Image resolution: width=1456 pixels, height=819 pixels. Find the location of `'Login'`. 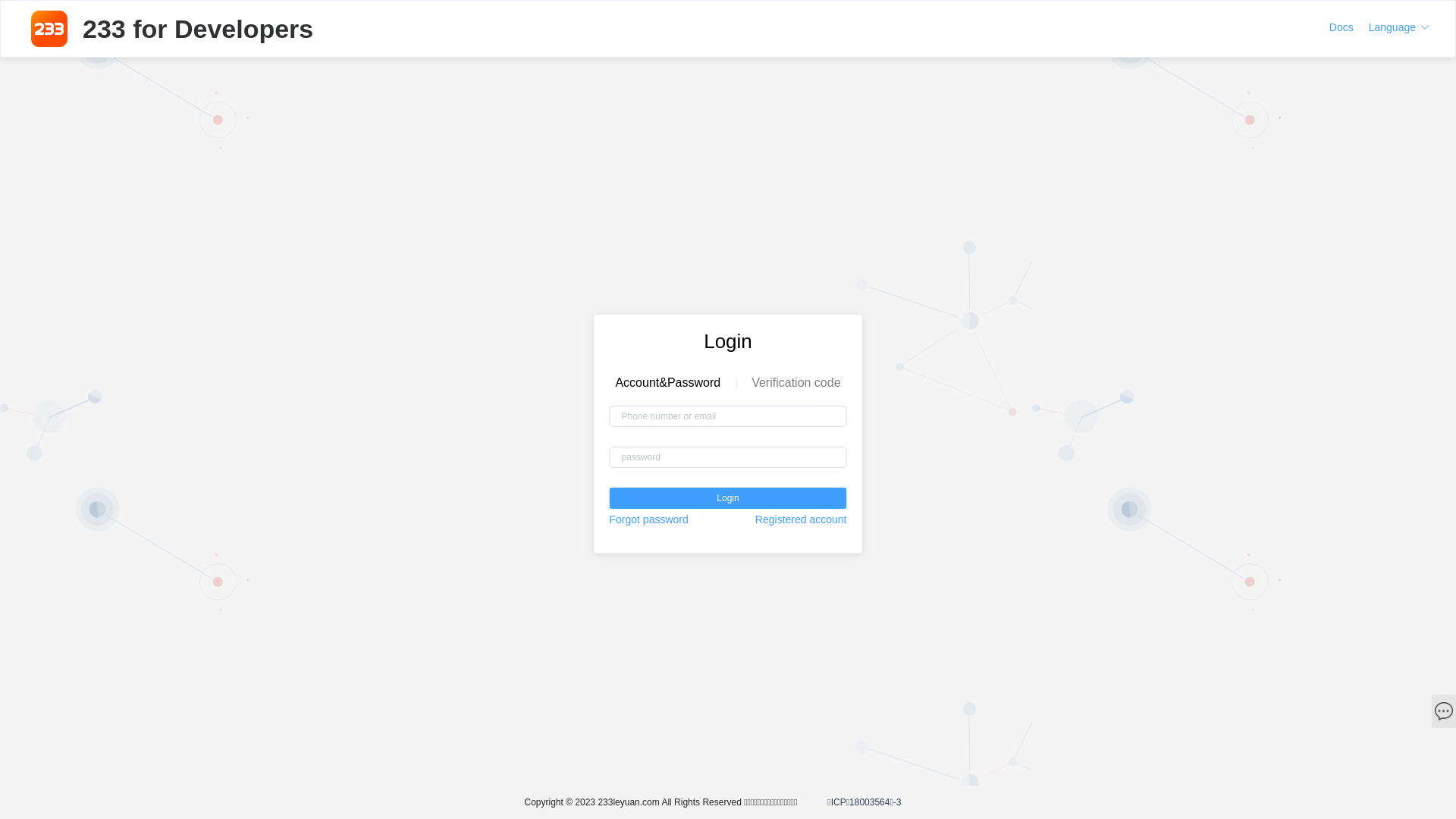

'Login' is located at coordinates (610, 497).